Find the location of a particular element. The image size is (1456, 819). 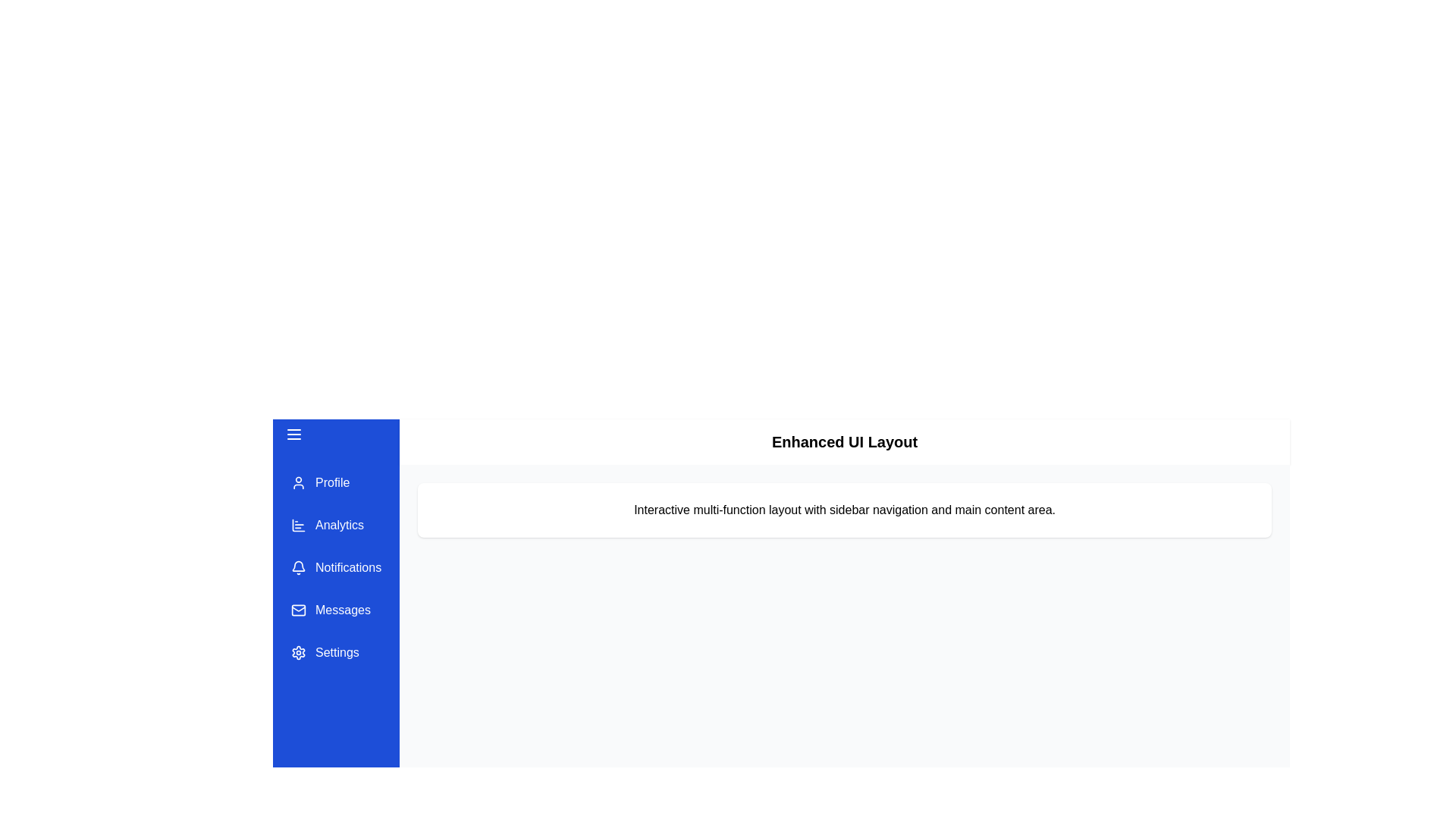

the bell icon styled as a notification indicator located in the blue-themed sidebar menu, positioned between 'Analytics' above and 'Messages' below is located at coordinates (298, 566).